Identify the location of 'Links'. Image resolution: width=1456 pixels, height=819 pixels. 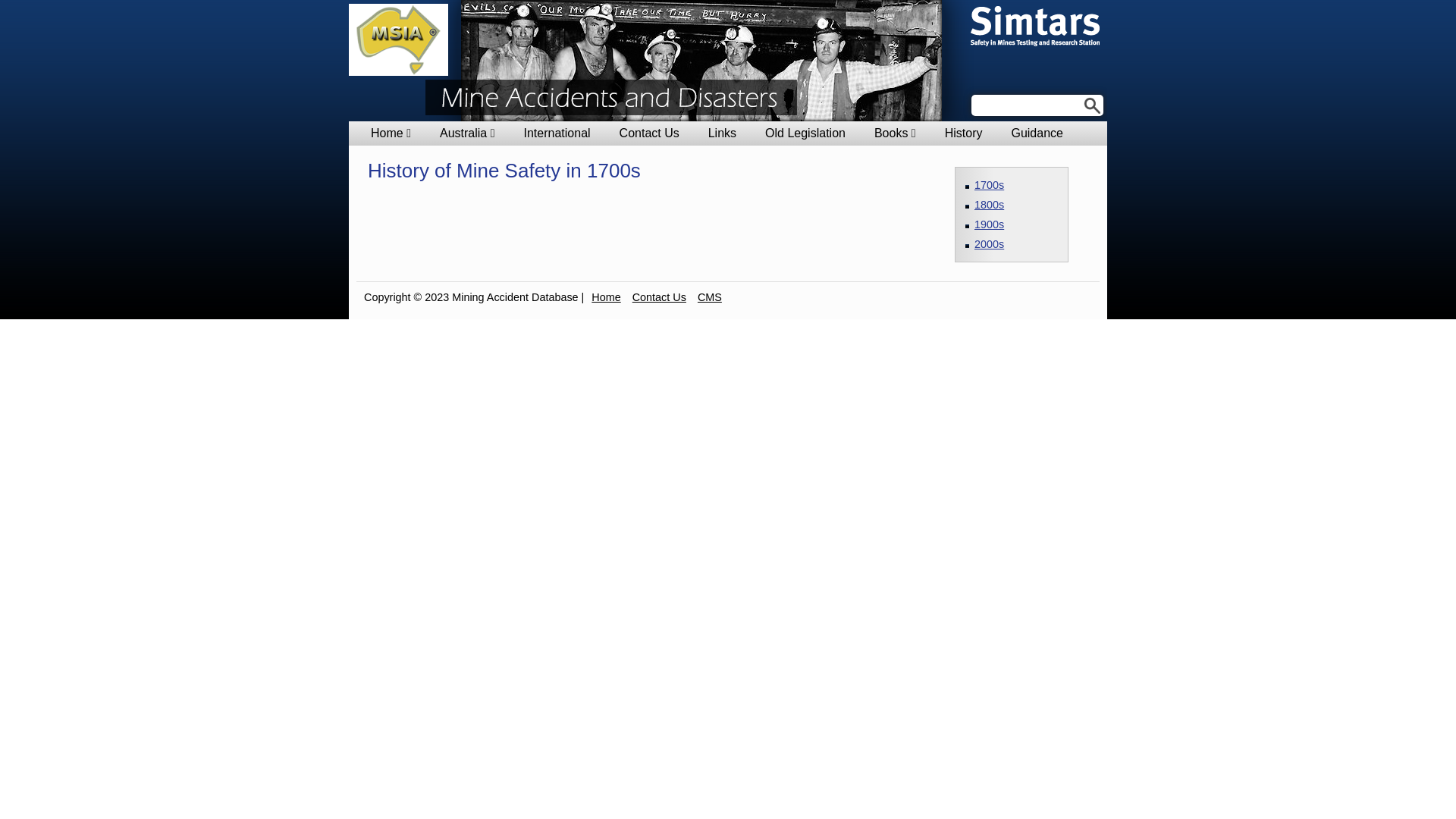
(708, 133).